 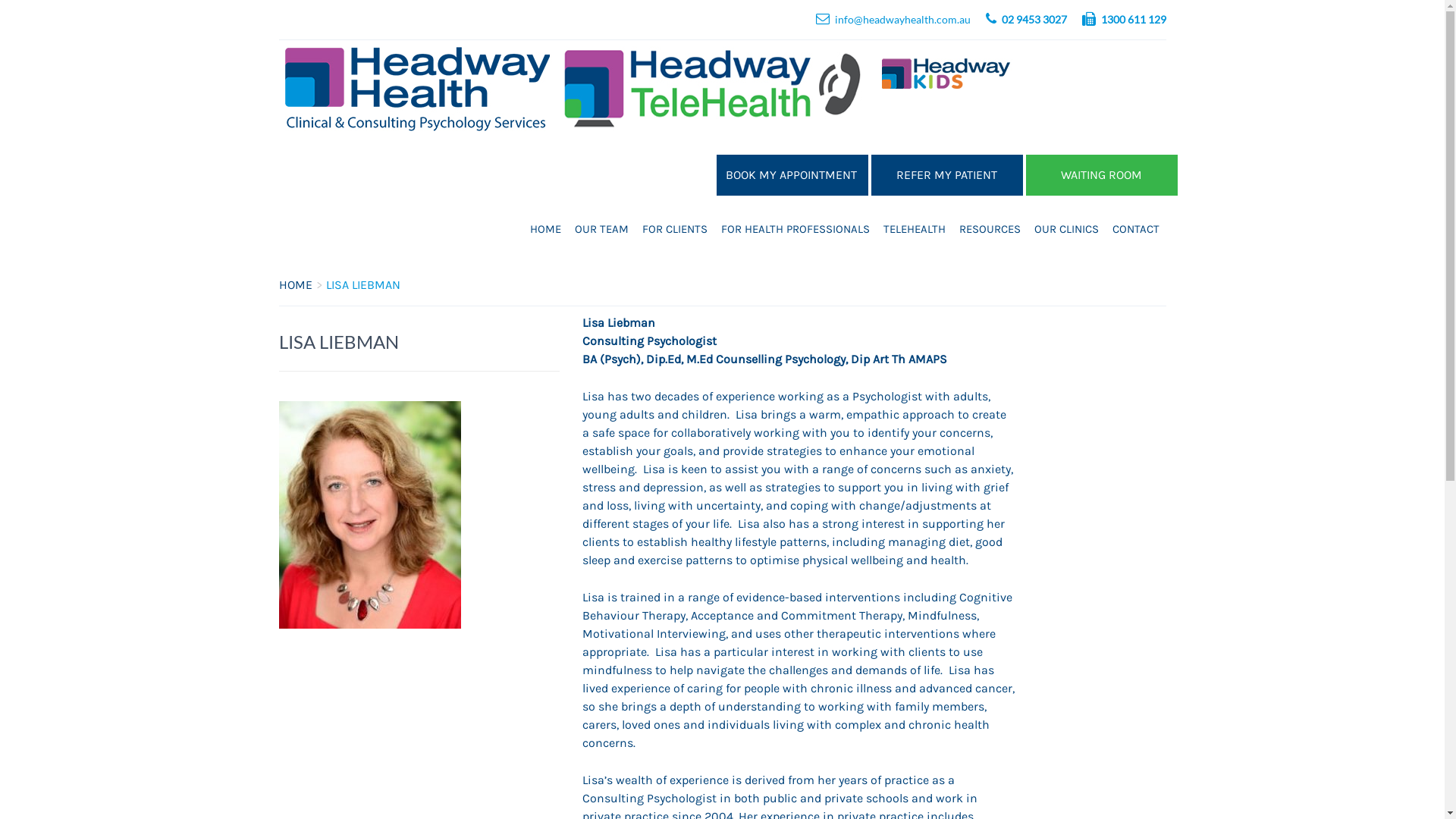 I want to click on 'REFER MY PATIENT', so click(x=946, y=174).